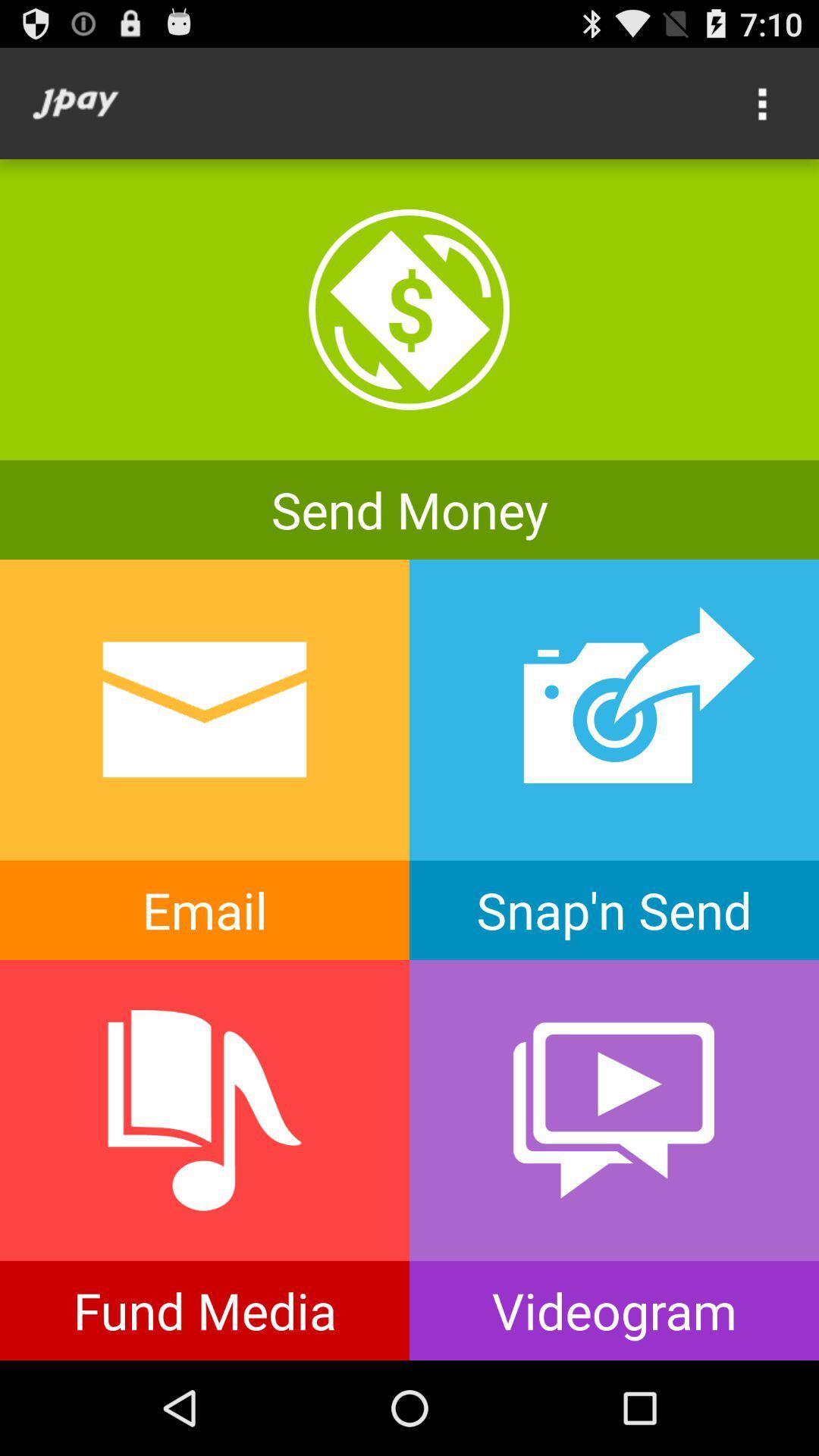 This screenshot has width=819, height=1456. I want to click on pay for music or videos, so click(205, 1159).